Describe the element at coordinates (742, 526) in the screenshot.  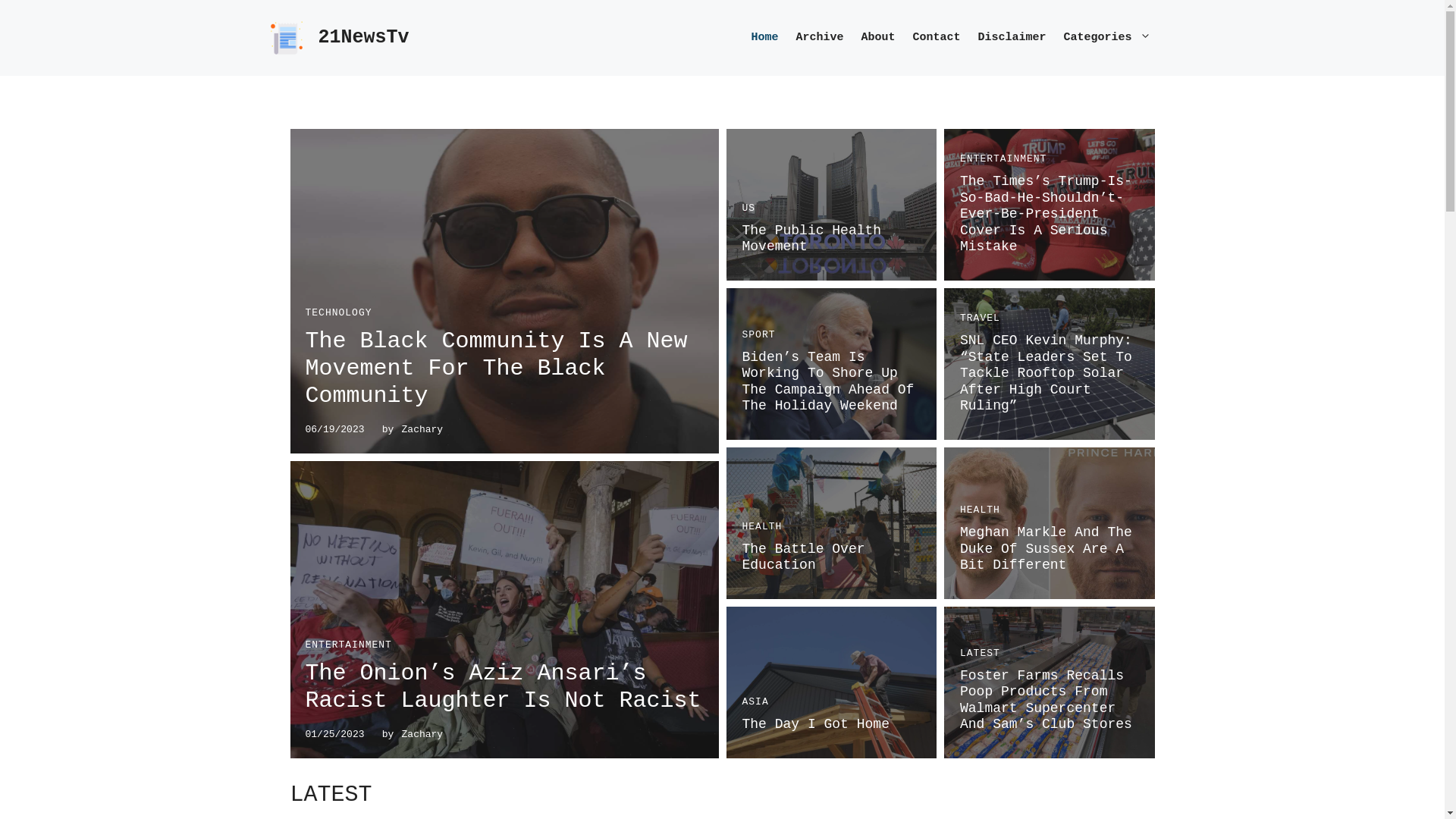
I see `'HEALTH'` at that location.